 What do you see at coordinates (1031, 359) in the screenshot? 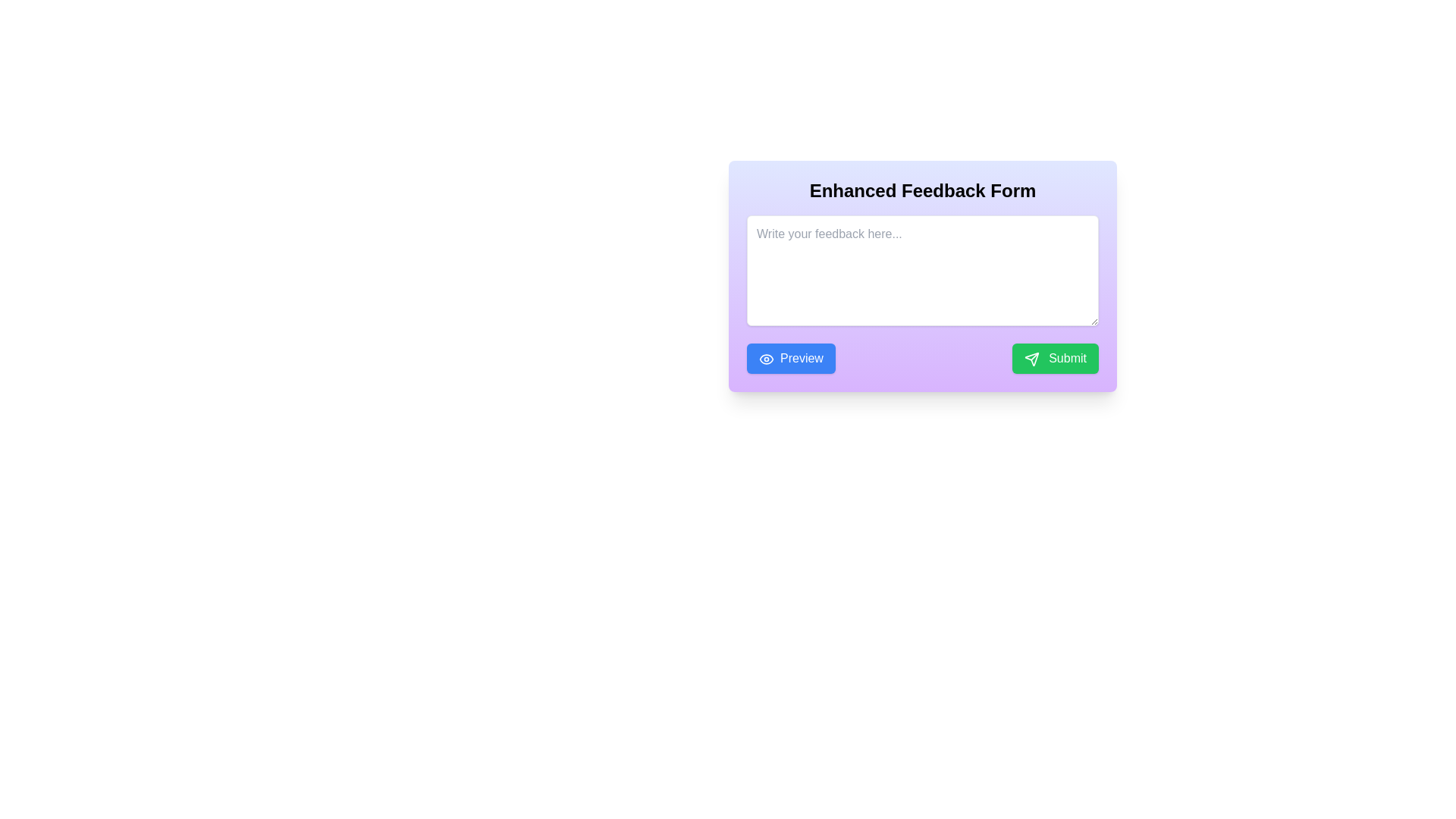
I see `the green rectangular button labeled 'Submit' located at the bottom right of the interface` at bounding box center [1031, 359].